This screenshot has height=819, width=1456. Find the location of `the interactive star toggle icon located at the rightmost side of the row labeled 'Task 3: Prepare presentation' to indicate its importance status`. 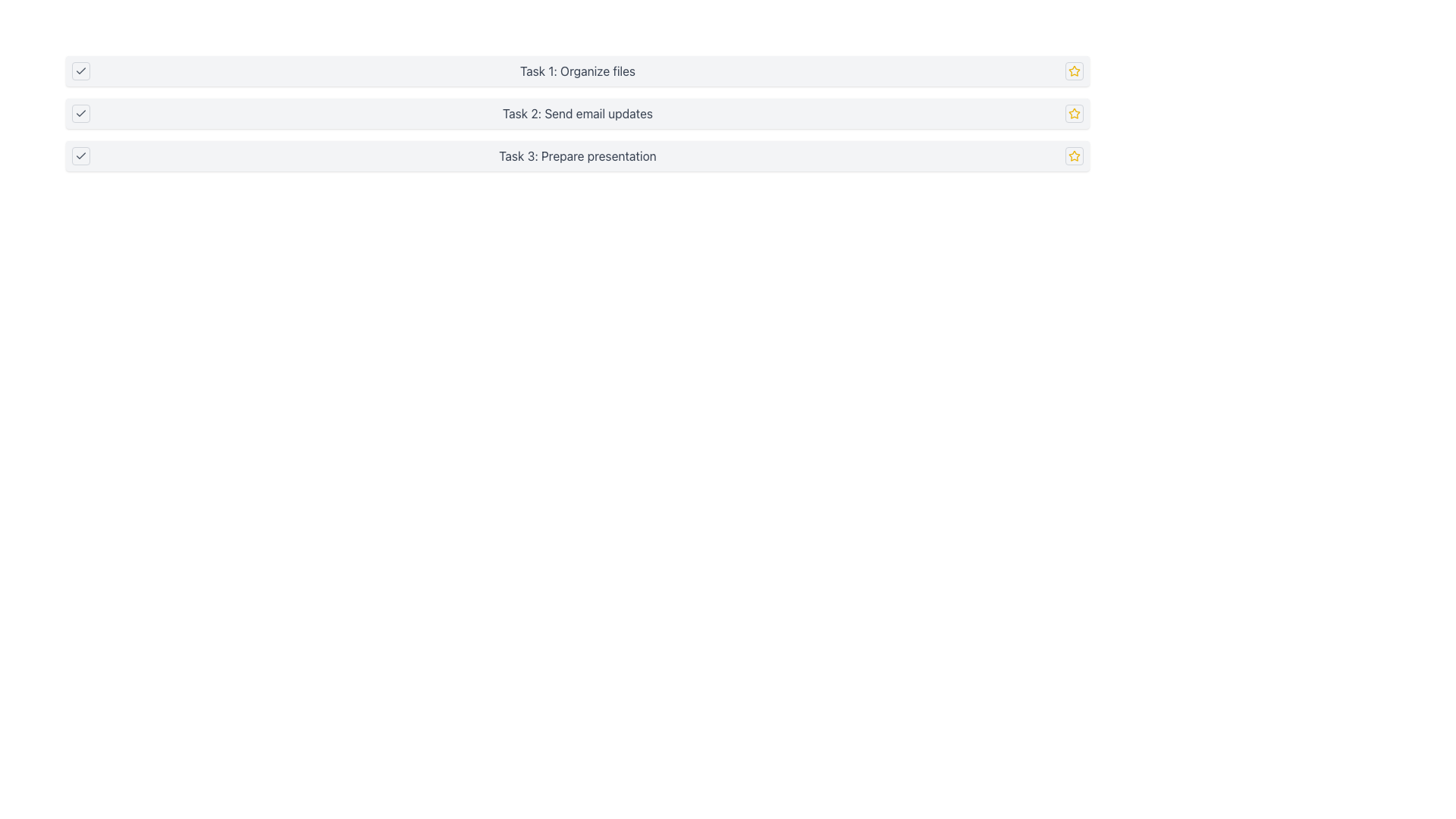

the interactive star toggle icon located at the rightmost side of the row labeled 'Task 3: Prepare presentation' to indicate its importance status is located at coordinates (1073, 155).